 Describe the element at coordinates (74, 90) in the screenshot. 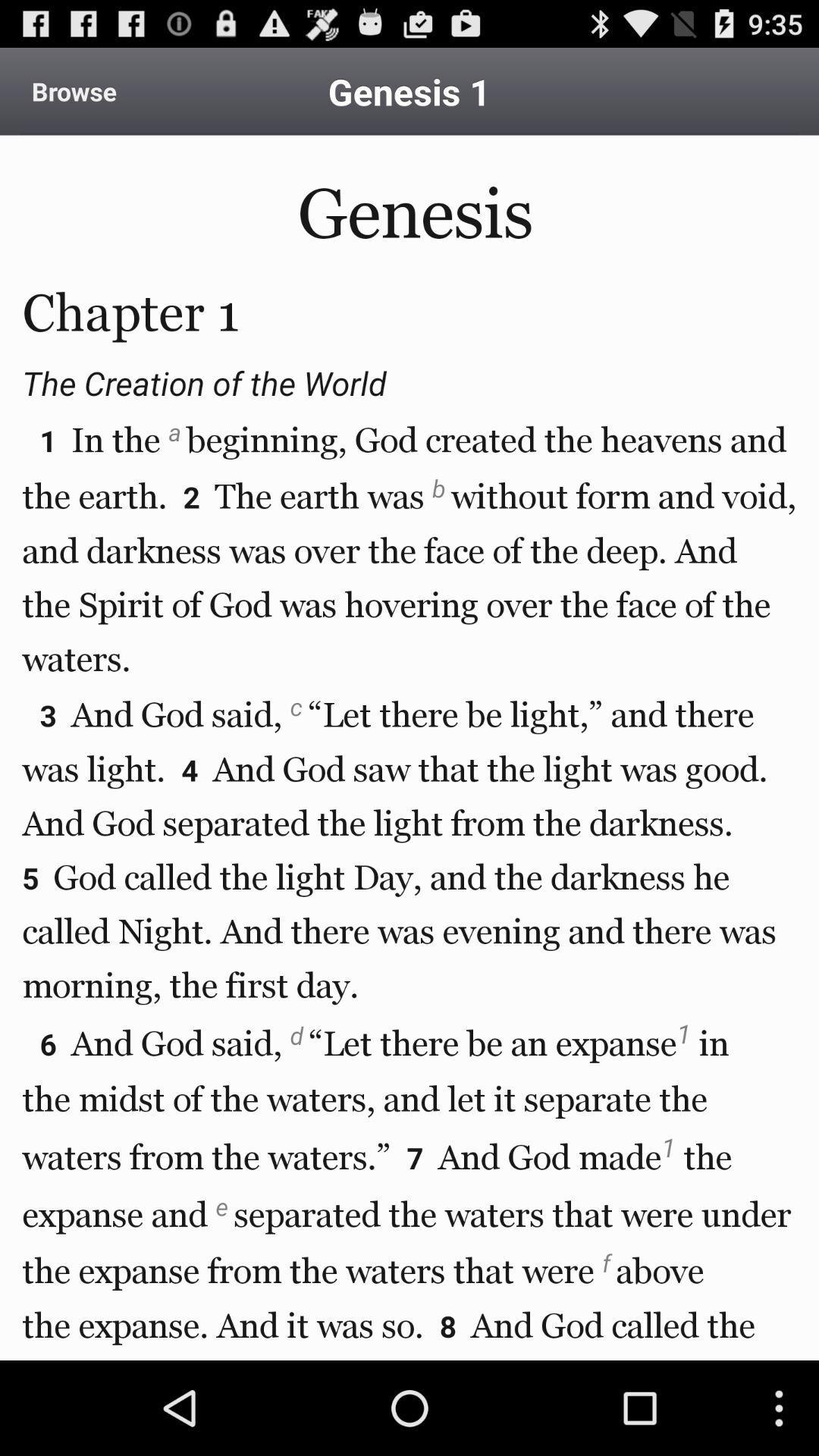

I see `item next to the genesis 1` at that location.